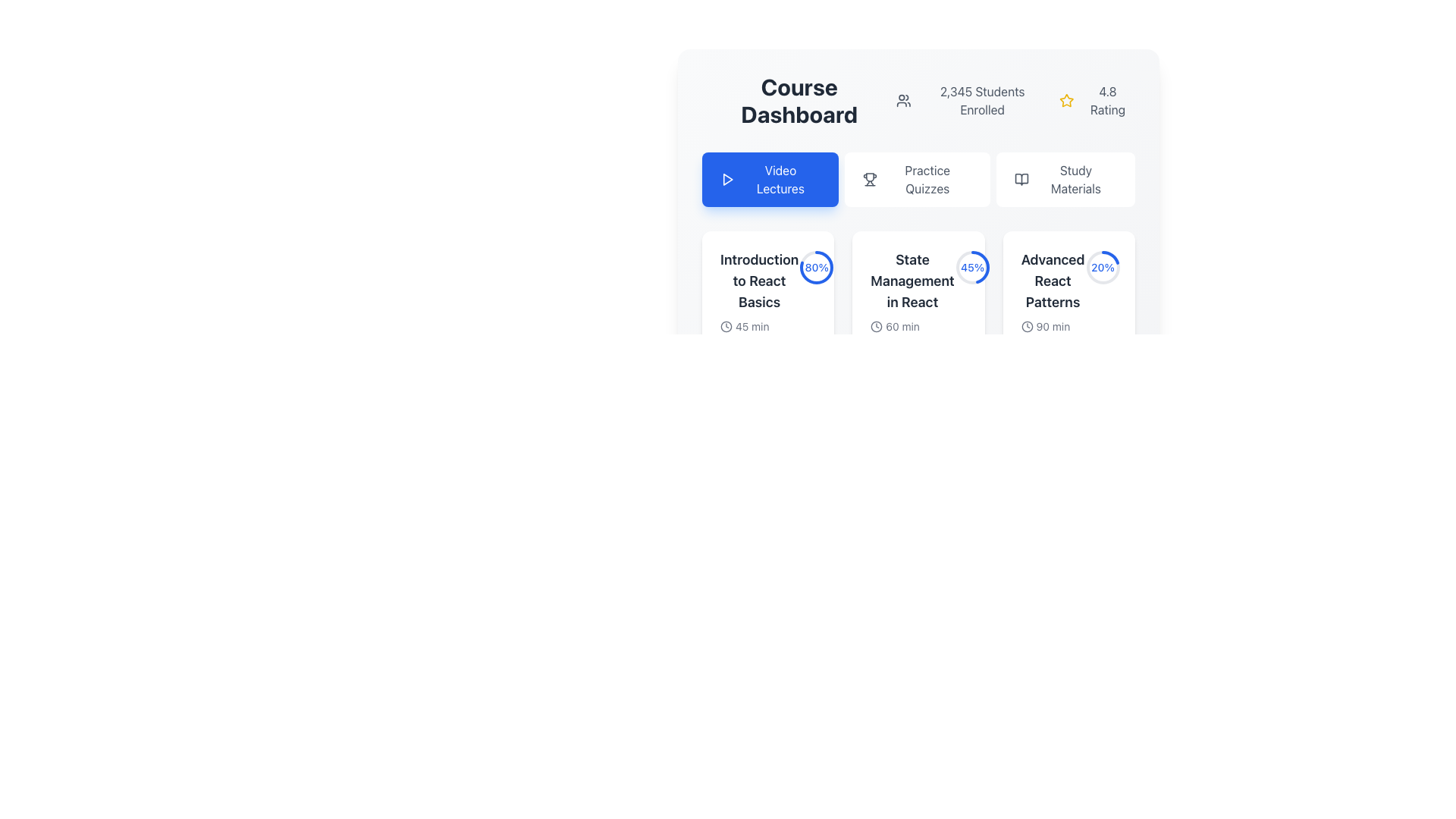 The width and height of the screenshot is (1456, 819). Describe the element at coordinates (972, 267) in the screenshot. I see `the Progress indicator located within the card titled 'State Management in React', which visually represents progress with a percentage value inside a circle` at that location.